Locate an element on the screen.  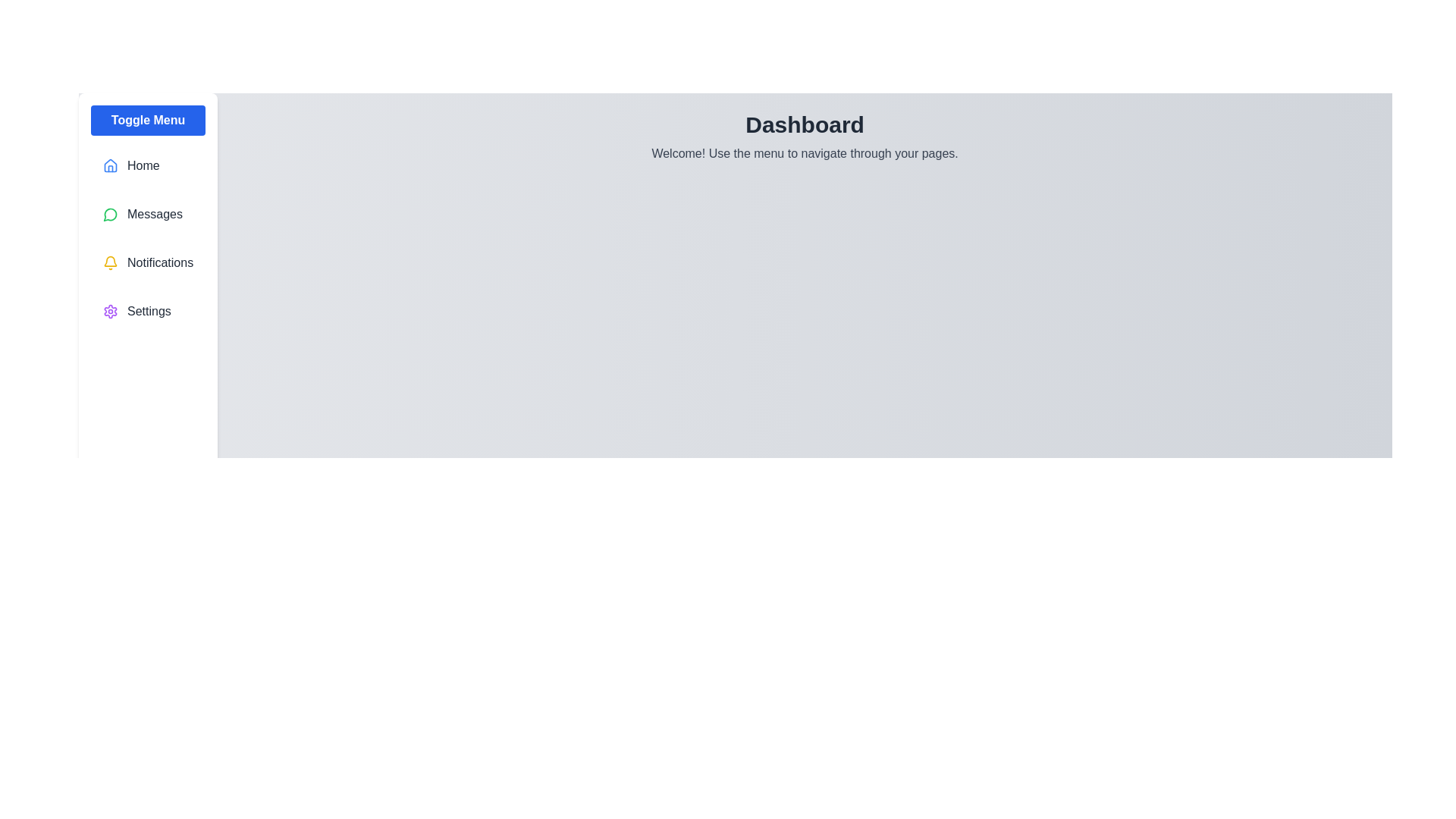
the menu item labeled Settings to observe the hover effect is located at coordinates (148, 311).